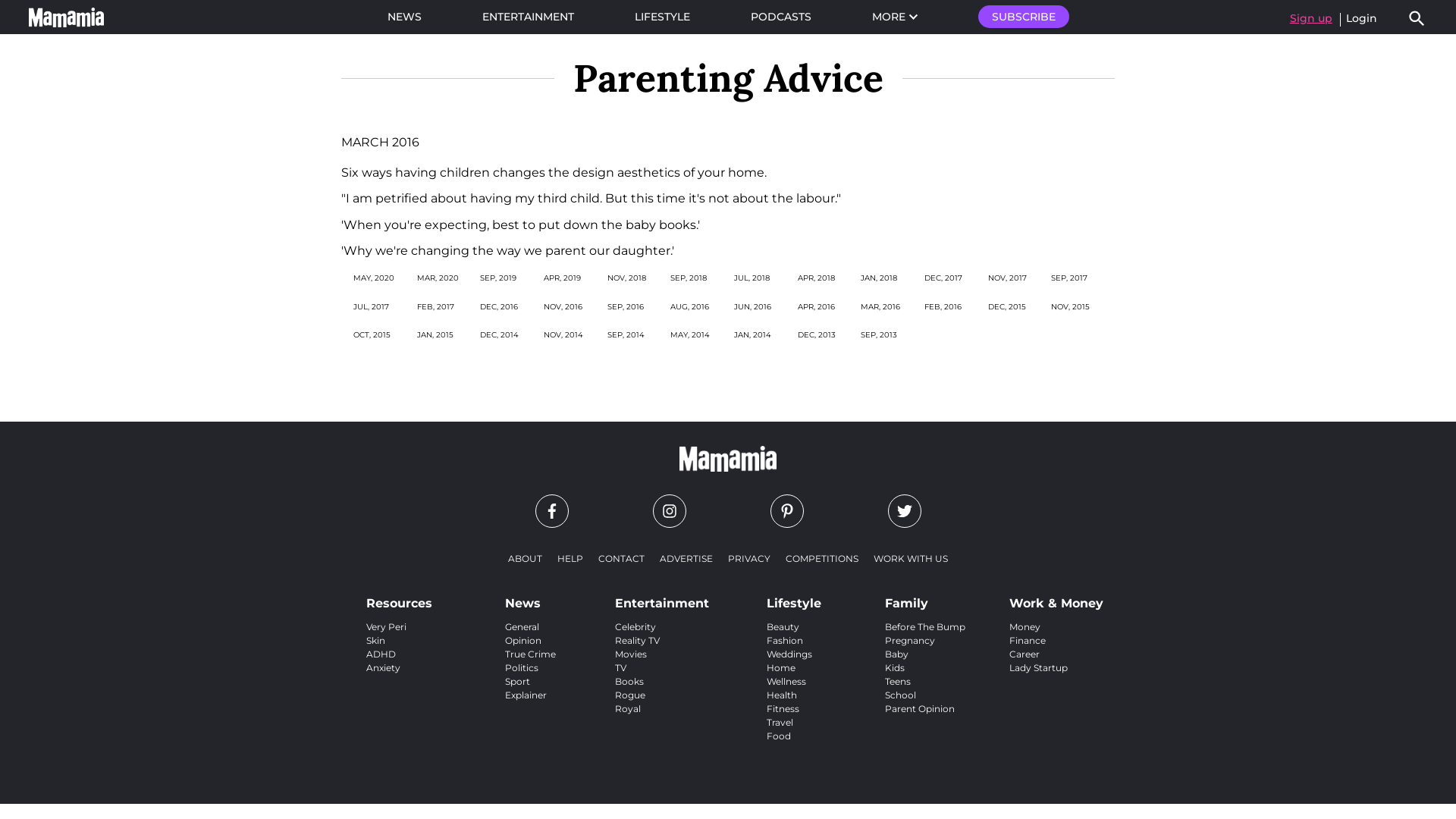  What do you see at coordinates (528, 17) in the screenshot?
I see `'ENTERTAINMENT'` at bounding box center [528, 17].